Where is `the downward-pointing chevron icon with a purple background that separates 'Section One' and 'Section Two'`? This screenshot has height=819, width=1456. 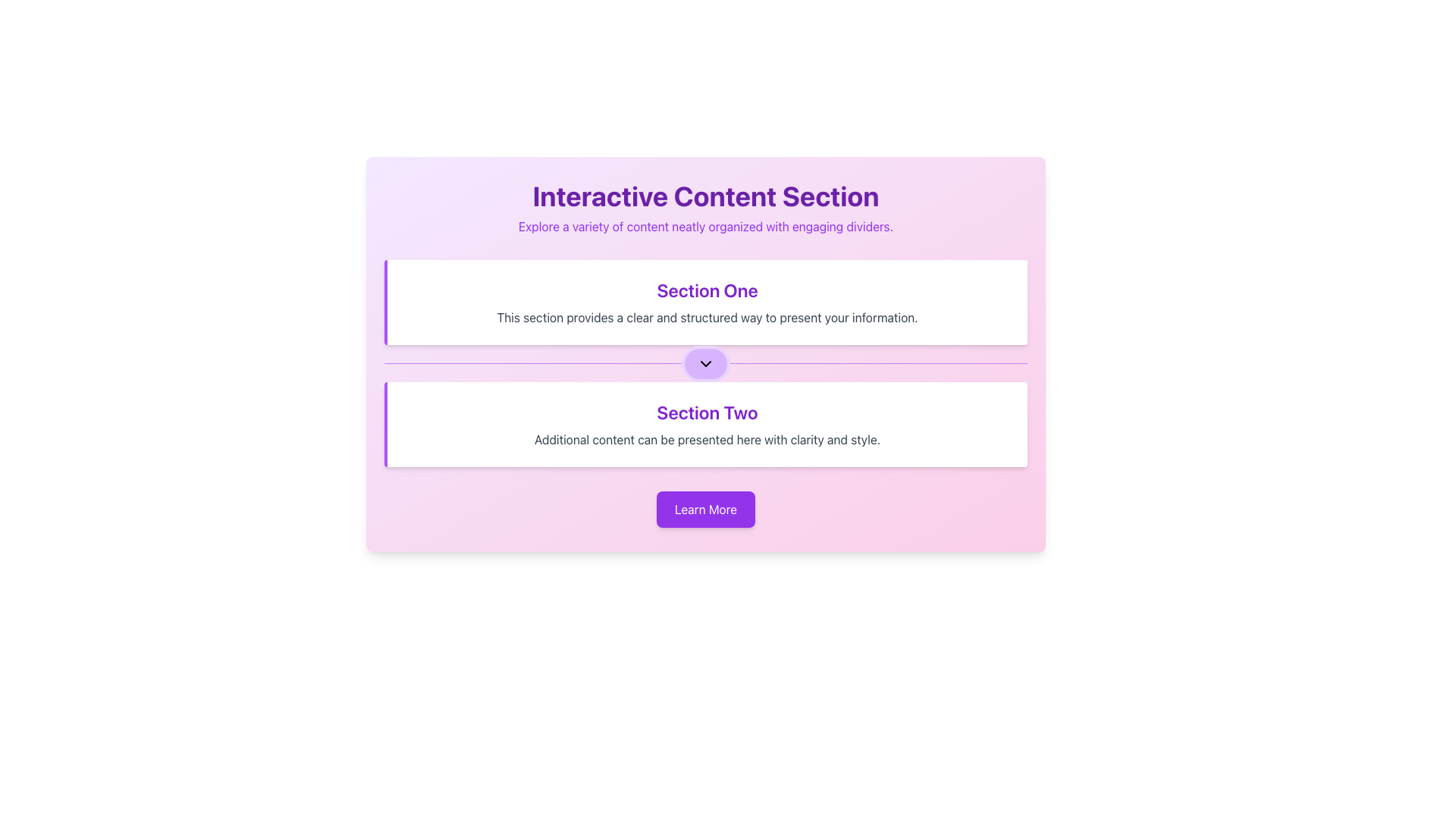 the downward-pointing chevron icon with a purple background that separates 'Section One' and 'Section Two' is located at coordinates (705, 363).